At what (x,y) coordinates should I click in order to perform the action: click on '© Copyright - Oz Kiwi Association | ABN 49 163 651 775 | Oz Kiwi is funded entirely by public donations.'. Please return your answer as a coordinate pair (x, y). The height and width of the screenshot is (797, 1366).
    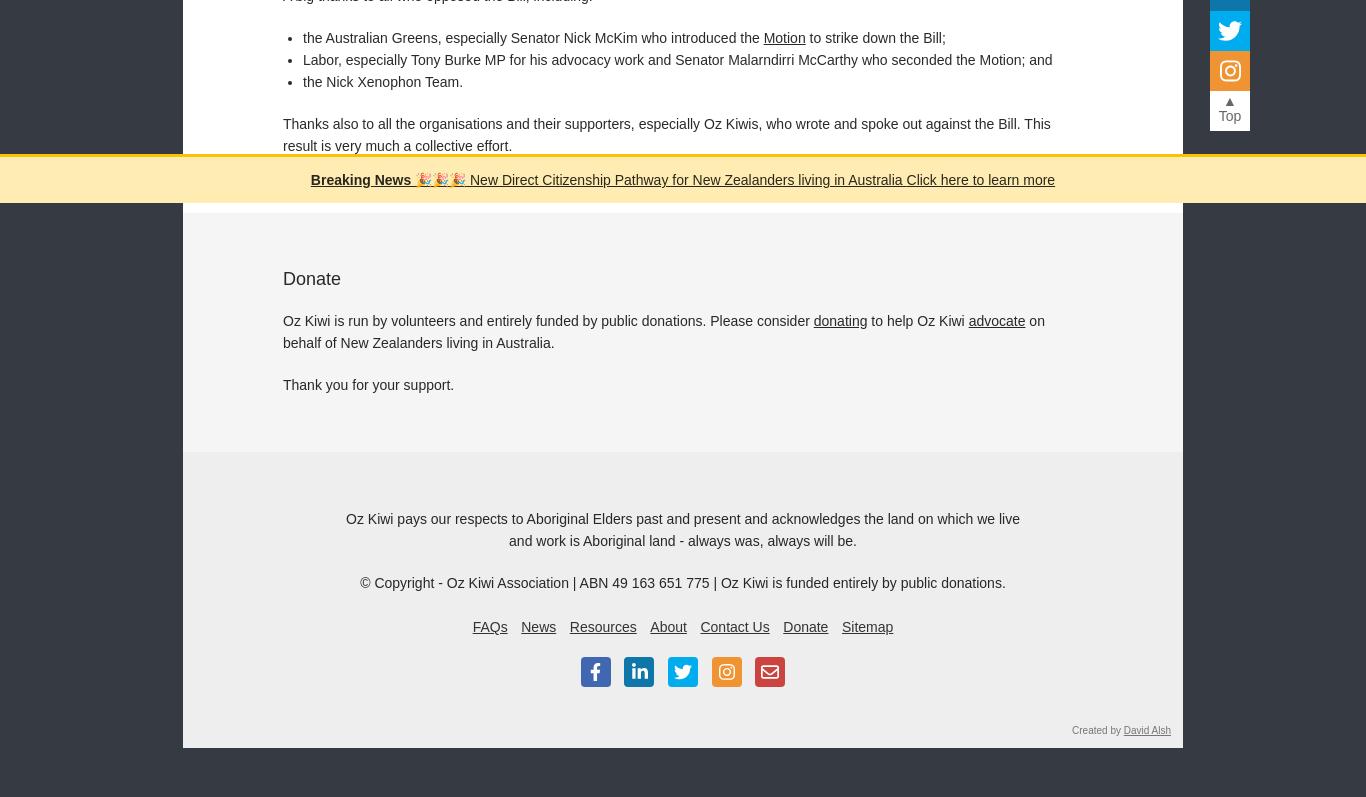
    Looking at the image, I should click on (358, 580).